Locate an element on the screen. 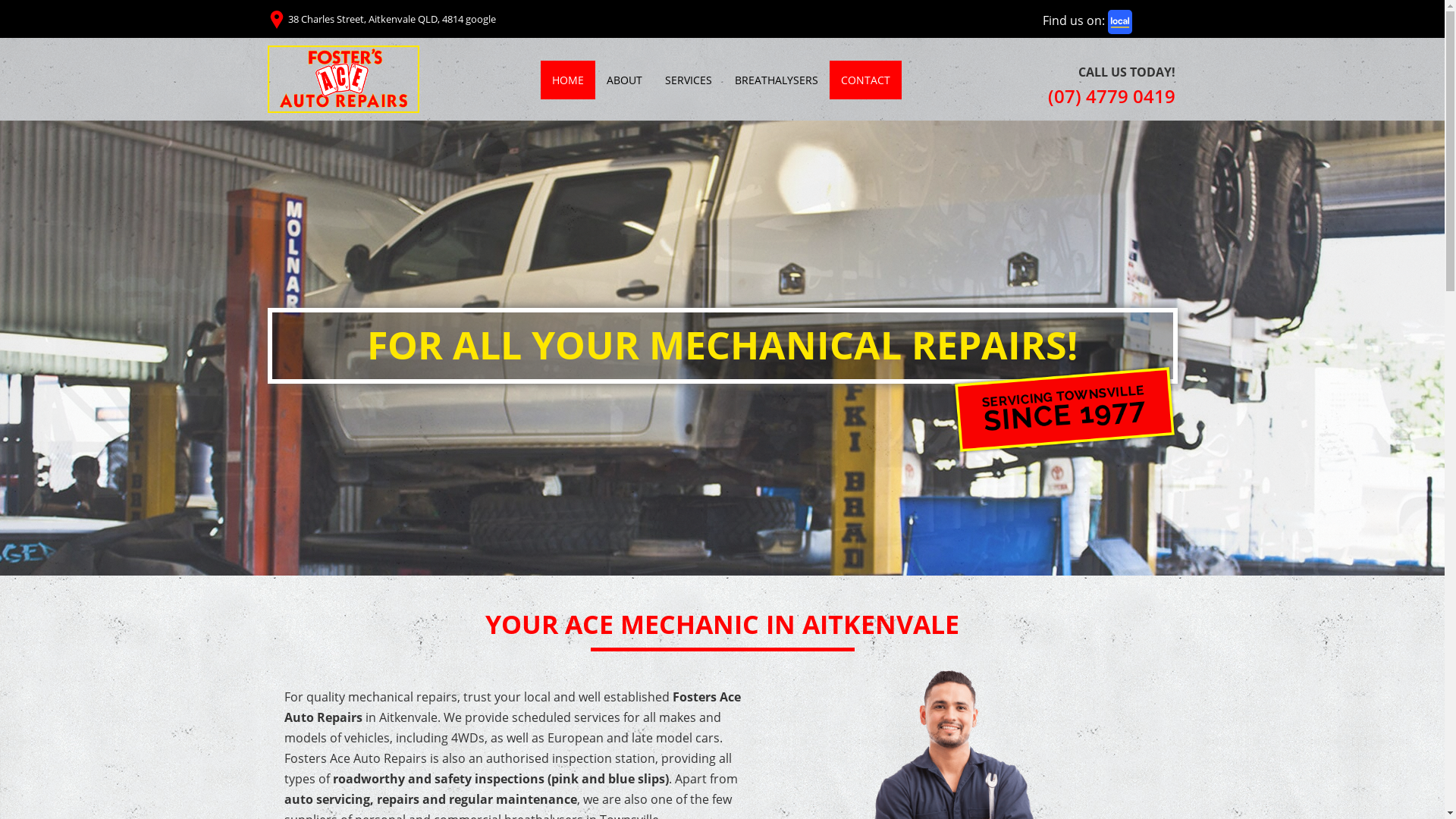 This screenshot has width=1456, height=819. 'CONTACT' is located at coordinates (865, 80).